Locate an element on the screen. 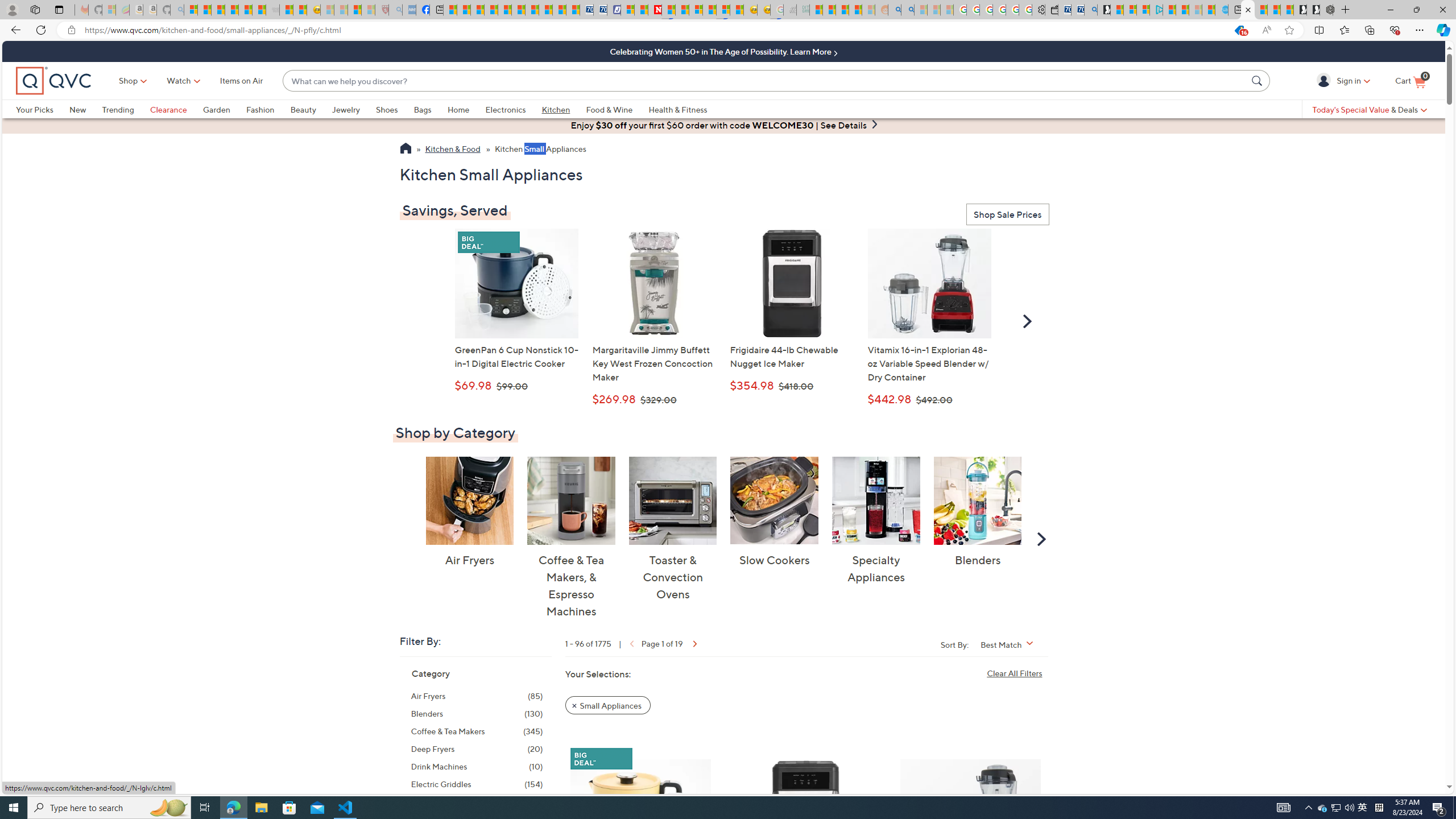 This screenshot has width=1456, height=819. 'Food & Wine' is located at coordinates (609, 109).